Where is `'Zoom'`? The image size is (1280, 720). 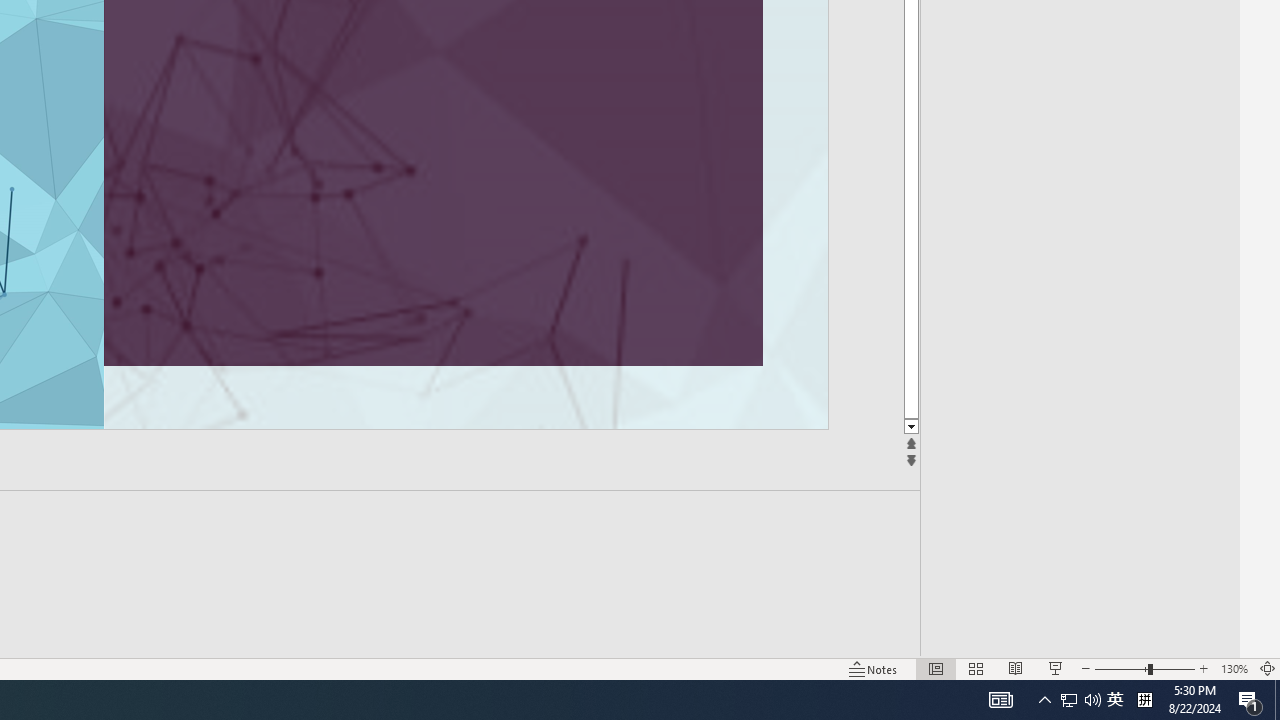 'Zoom' is located at coordinates (1144, 669).